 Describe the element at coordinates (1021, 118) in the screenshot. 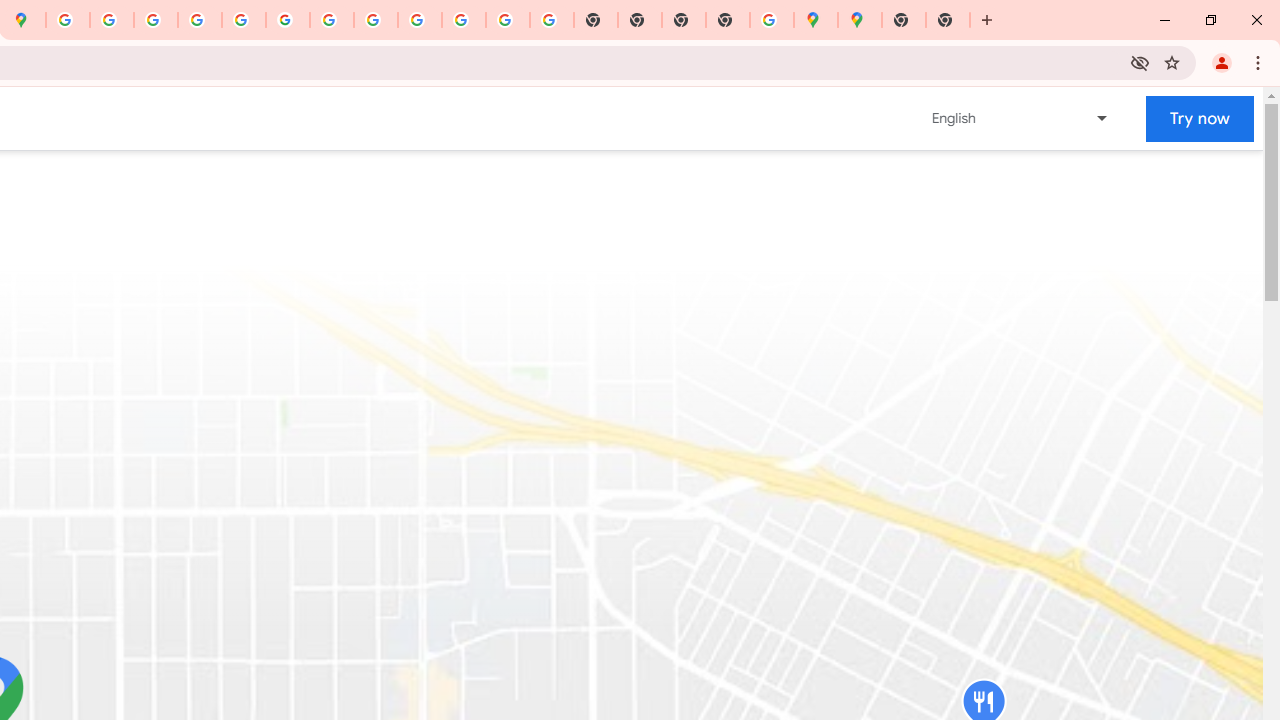

I see `'Change language or region'` at that location.